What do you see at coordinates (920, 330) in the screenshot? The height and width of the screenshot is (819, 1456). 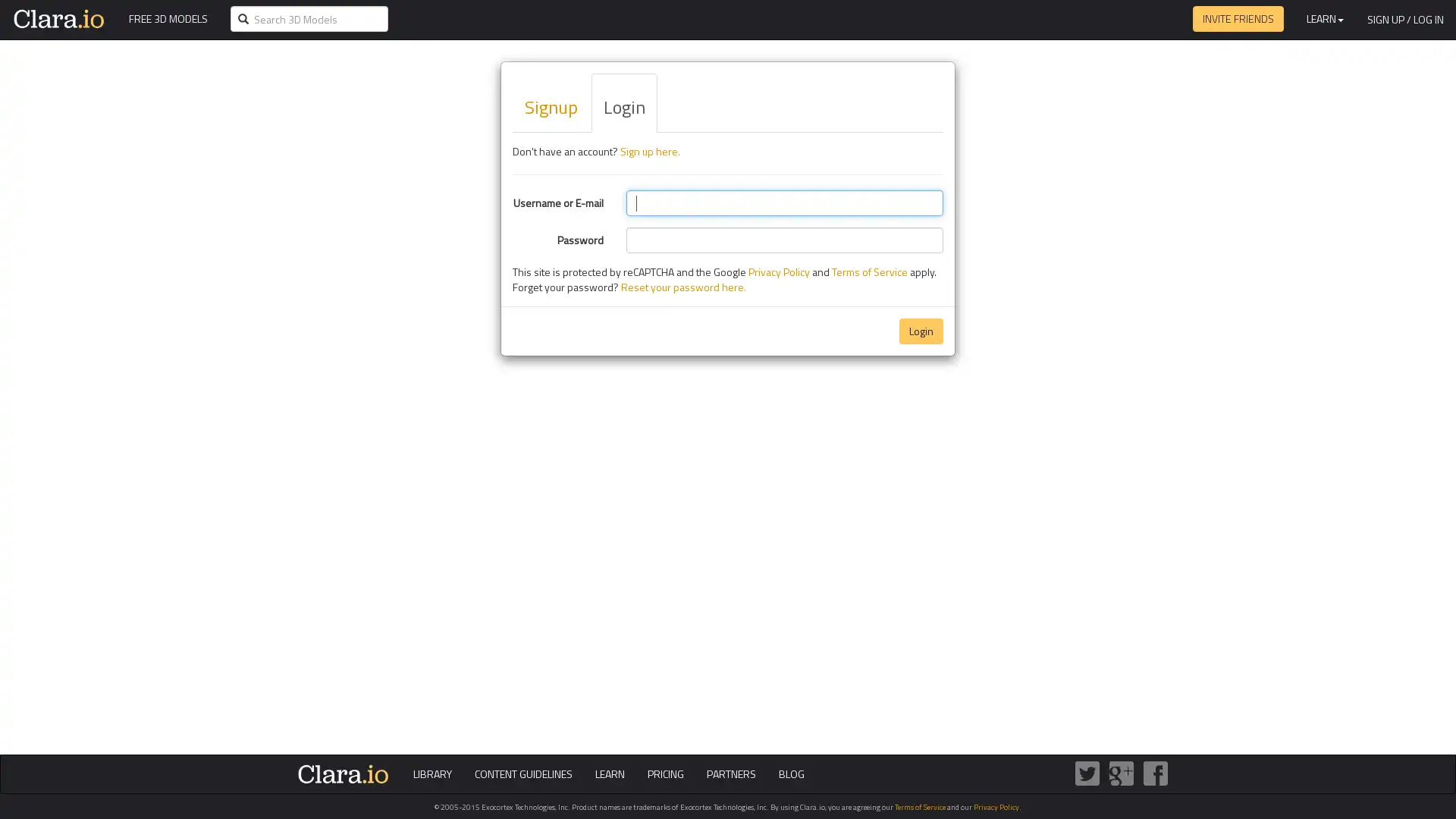 I see `Login` at bounding box center [920, 330].